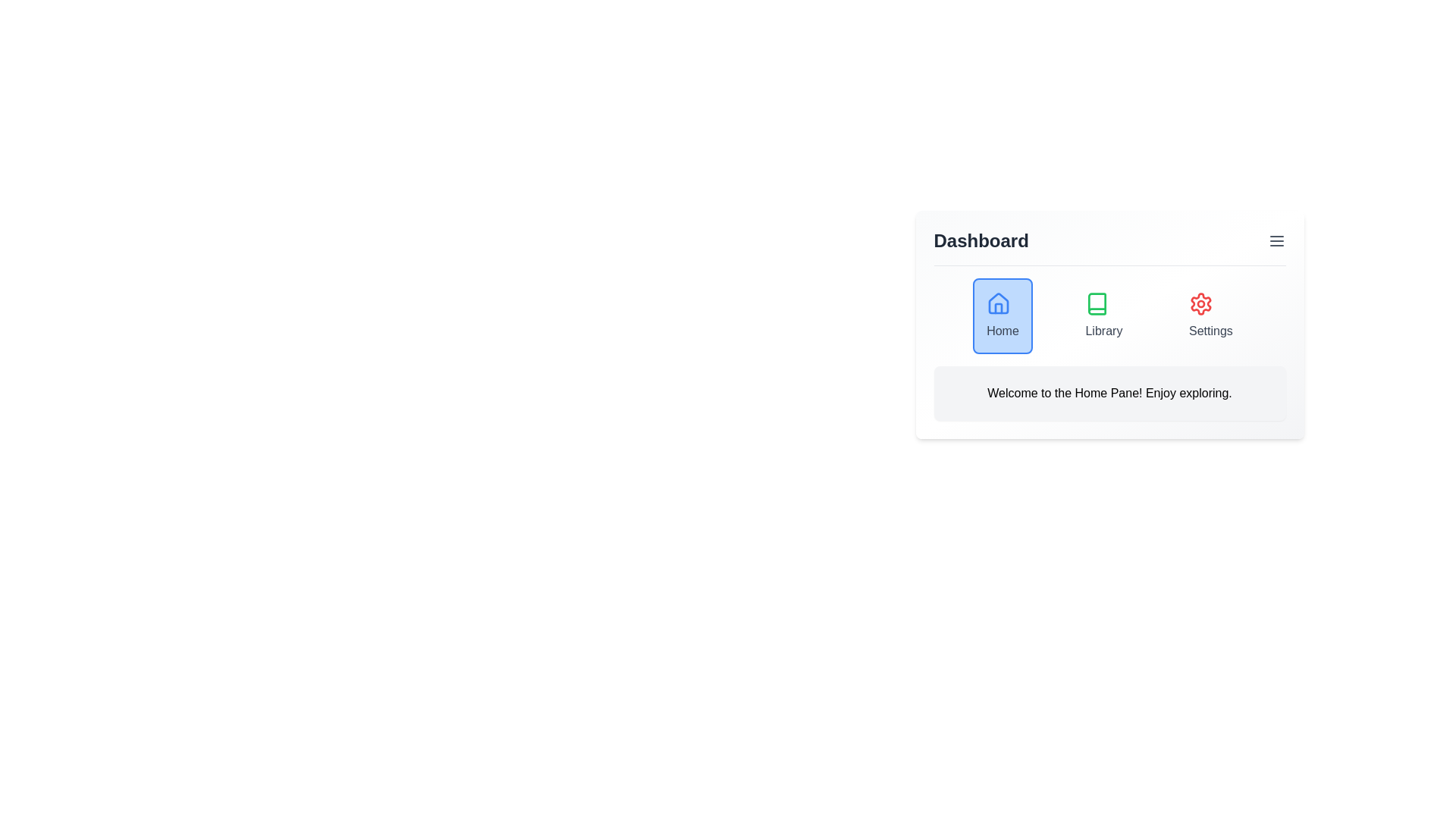  Describe the element at coordinates (1200, 304) in the screenshot. I see `the gear icon` at that location.